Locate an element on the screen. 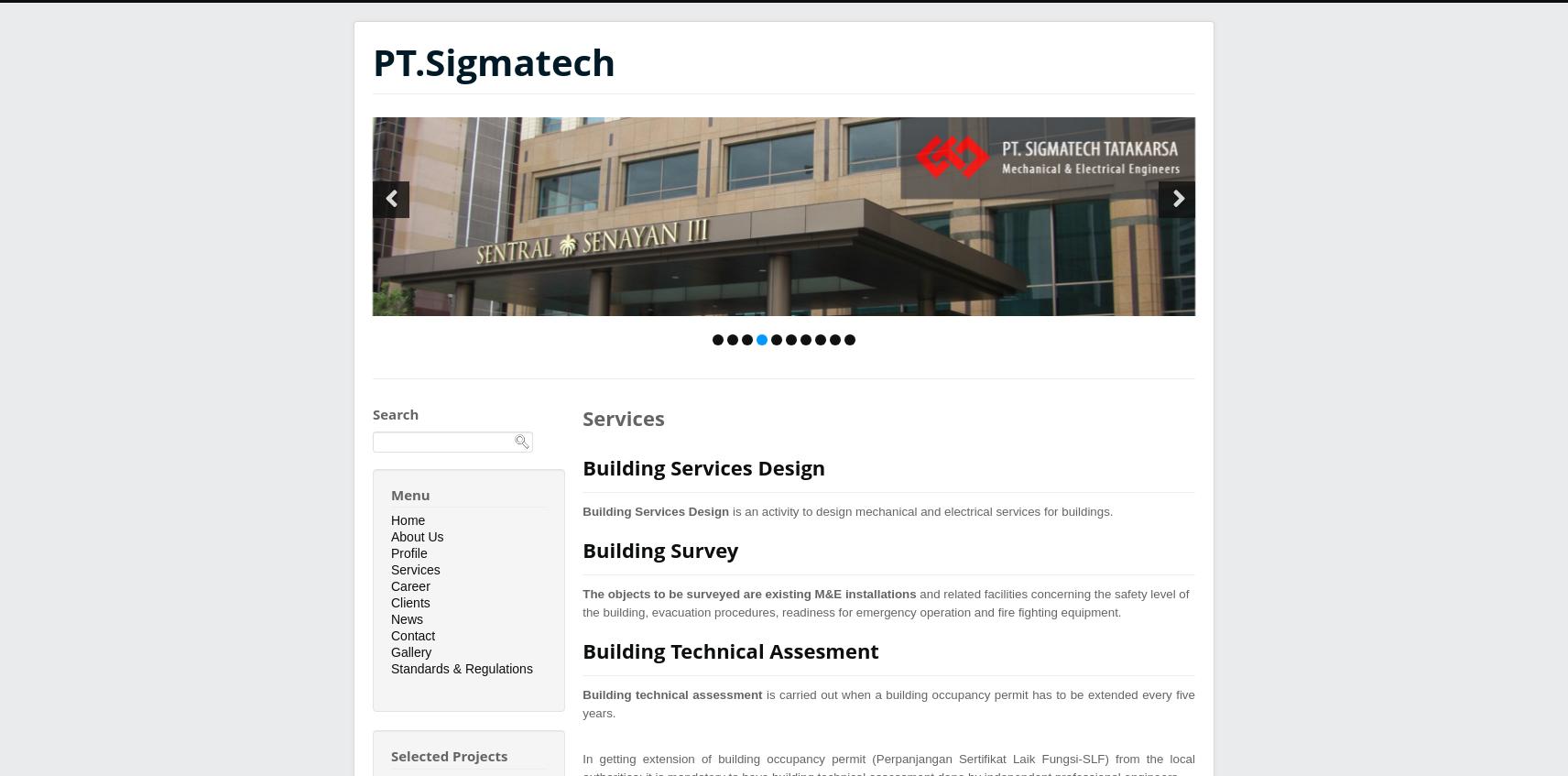  'Home' is located at coordinates (407, 519).